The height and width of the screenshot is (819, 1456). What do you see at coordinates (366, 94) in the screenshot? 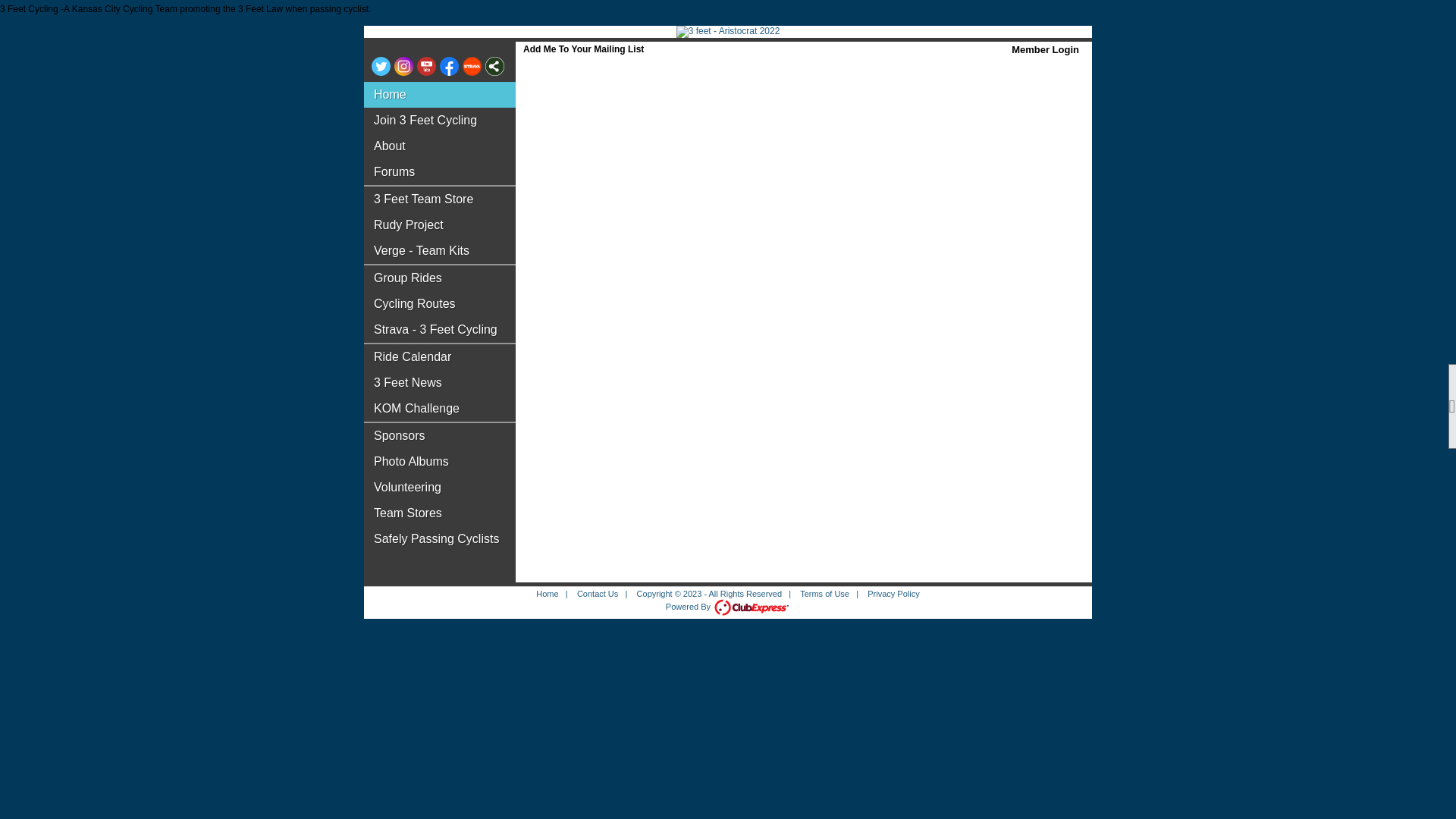
I see `'Home'` at bounding box center [366, 94].